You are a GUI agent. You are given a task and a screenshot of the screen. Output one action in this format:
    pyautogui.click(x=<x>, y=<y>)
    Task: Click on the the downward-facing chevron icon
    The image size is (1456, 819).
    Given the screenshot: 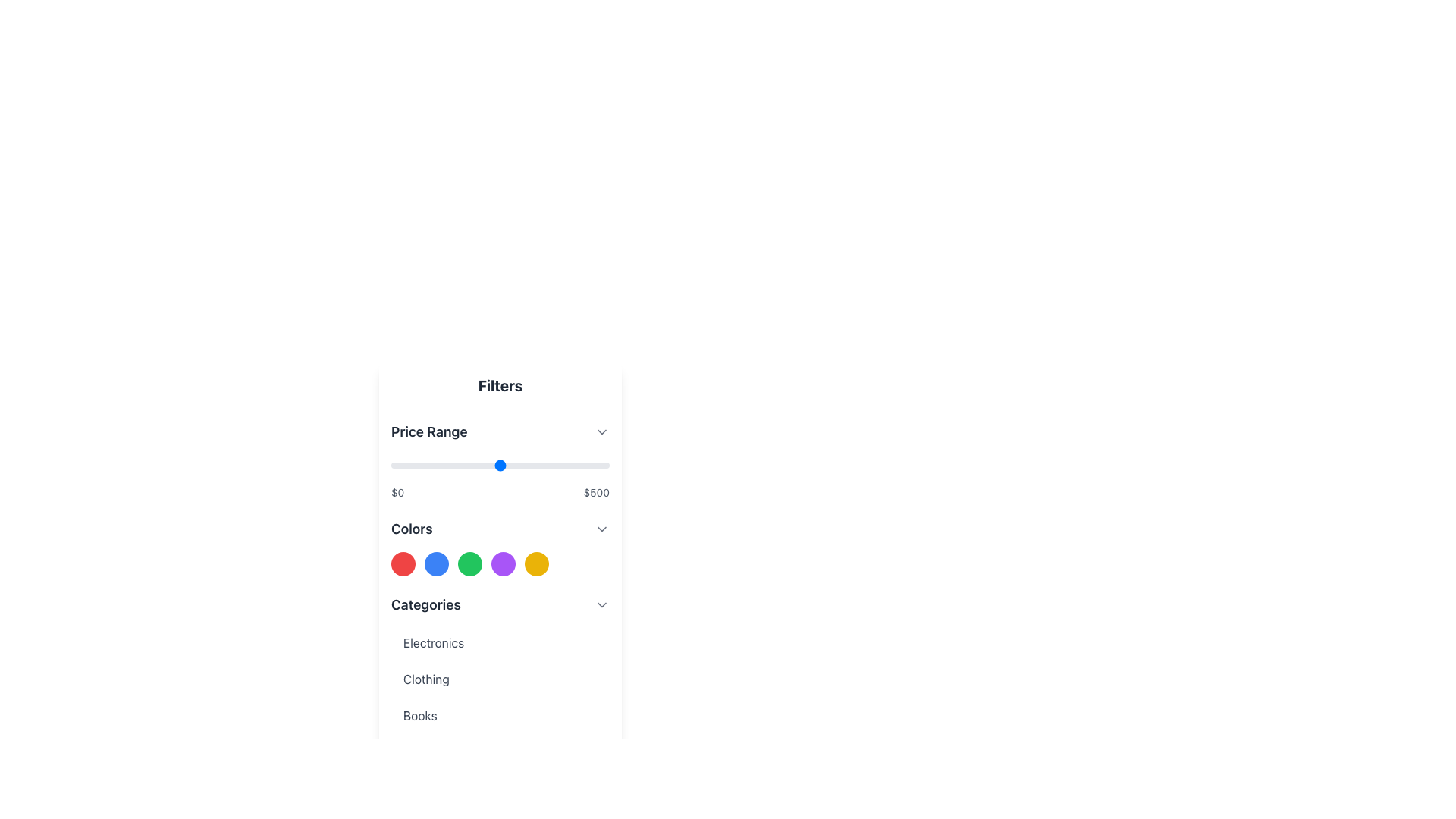 What is the action you would take?
    pyautogui.click(x=601, y=529)
    